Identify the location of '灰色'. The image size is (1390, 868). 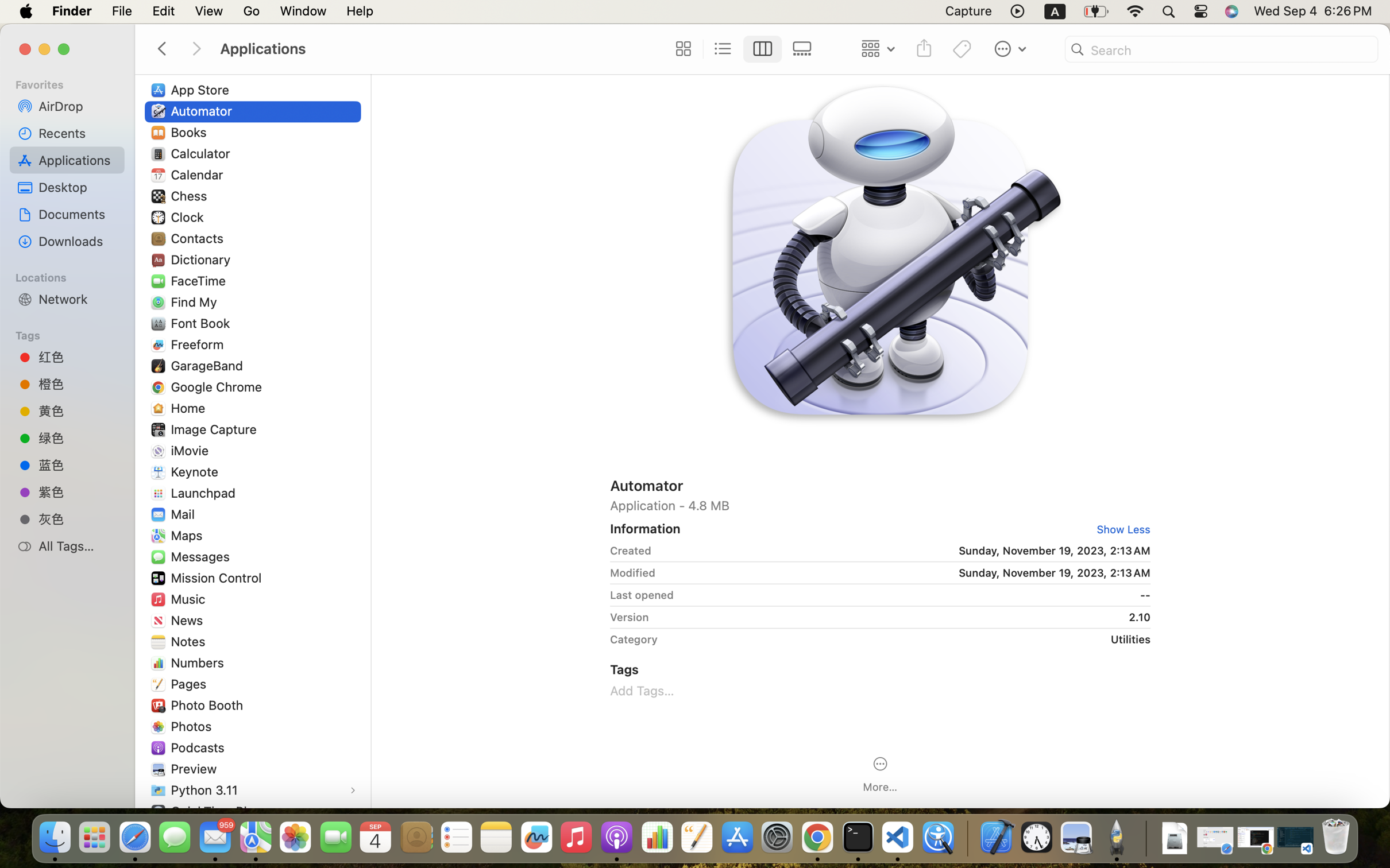
(77, 519).